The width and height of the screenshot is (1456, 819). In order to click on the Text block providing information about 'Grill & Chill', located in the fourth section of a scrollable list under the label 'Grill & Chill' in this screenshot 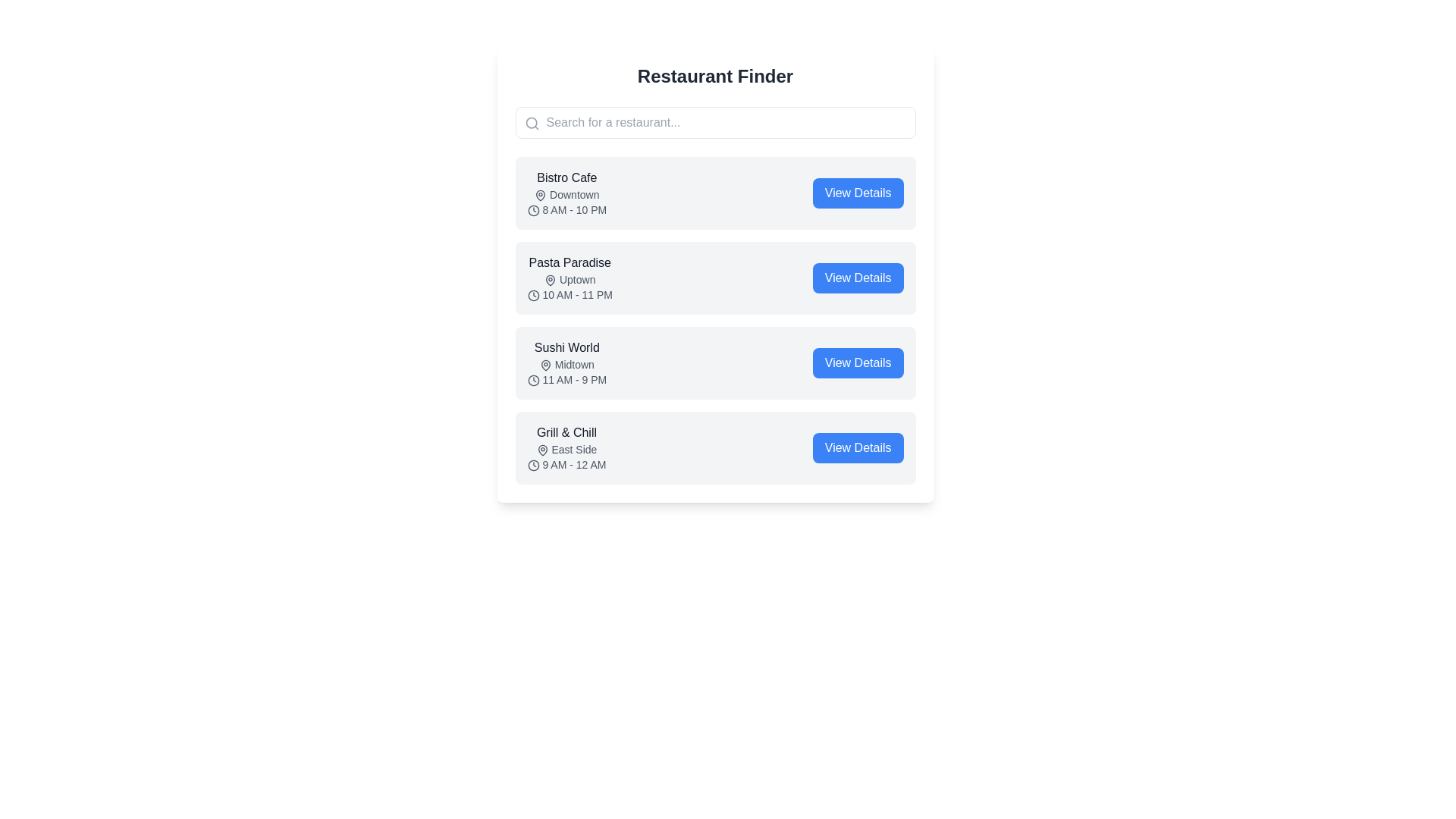, I will do `click(566, 447)`.